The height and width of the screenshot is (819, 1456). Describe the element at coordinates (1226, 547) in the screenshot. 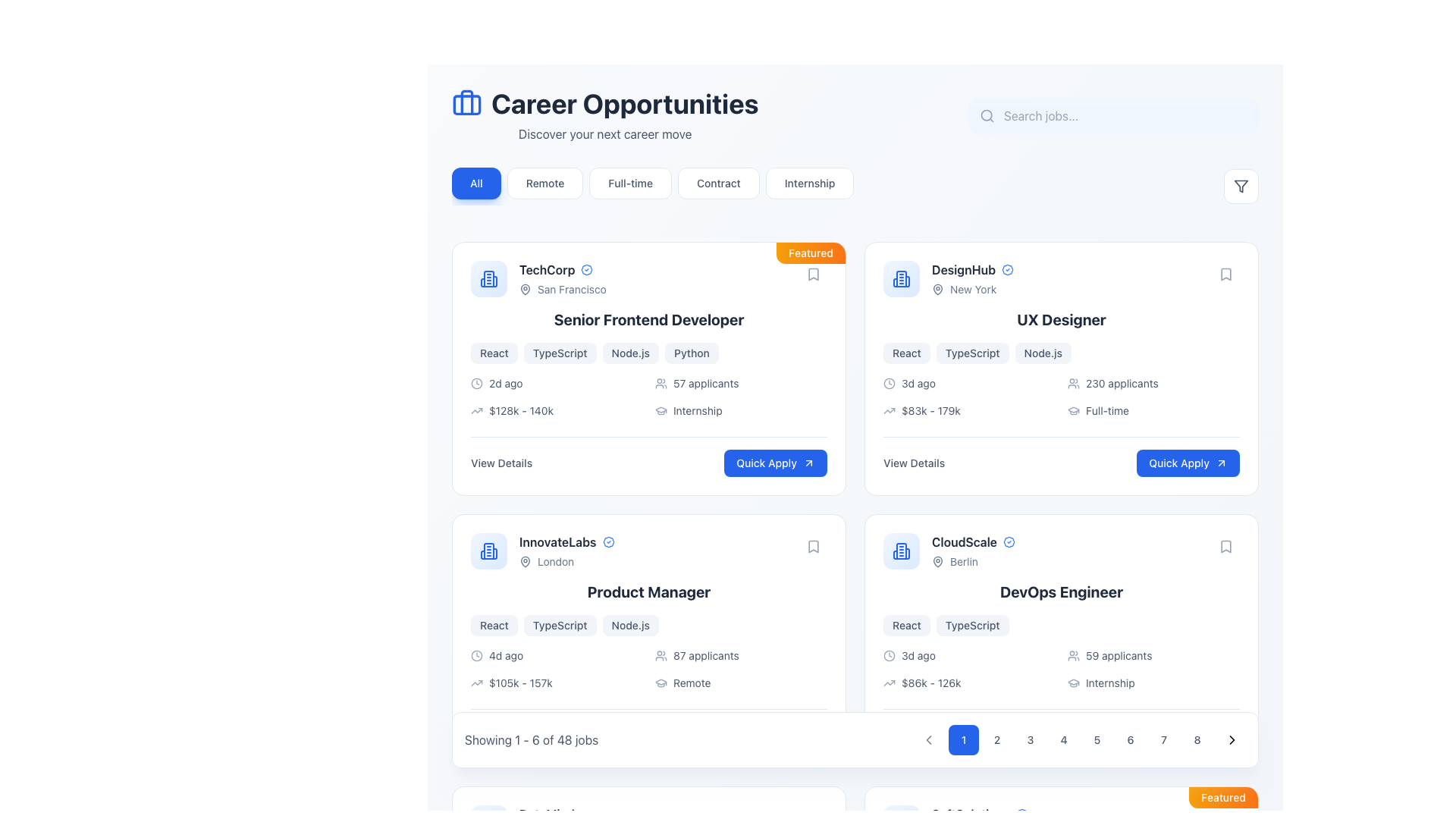

I see `the bookmark or save icon located in the top-right corner of the 'DevOps Engineer' card associated with 'CloudScale' to bookmark or save the job posting` at that location.